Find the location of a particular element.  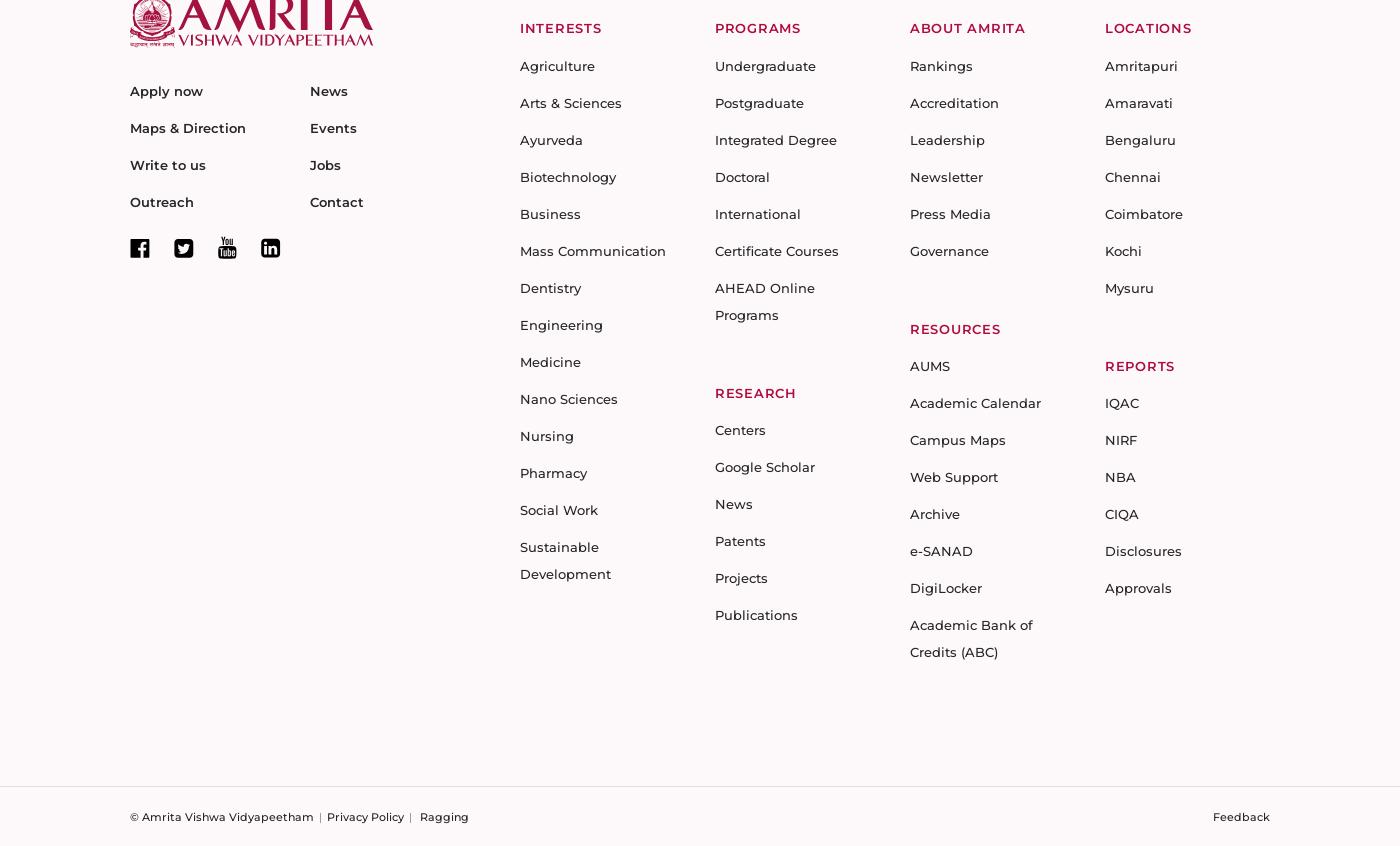

'International' is located at coordinates (757, 213).